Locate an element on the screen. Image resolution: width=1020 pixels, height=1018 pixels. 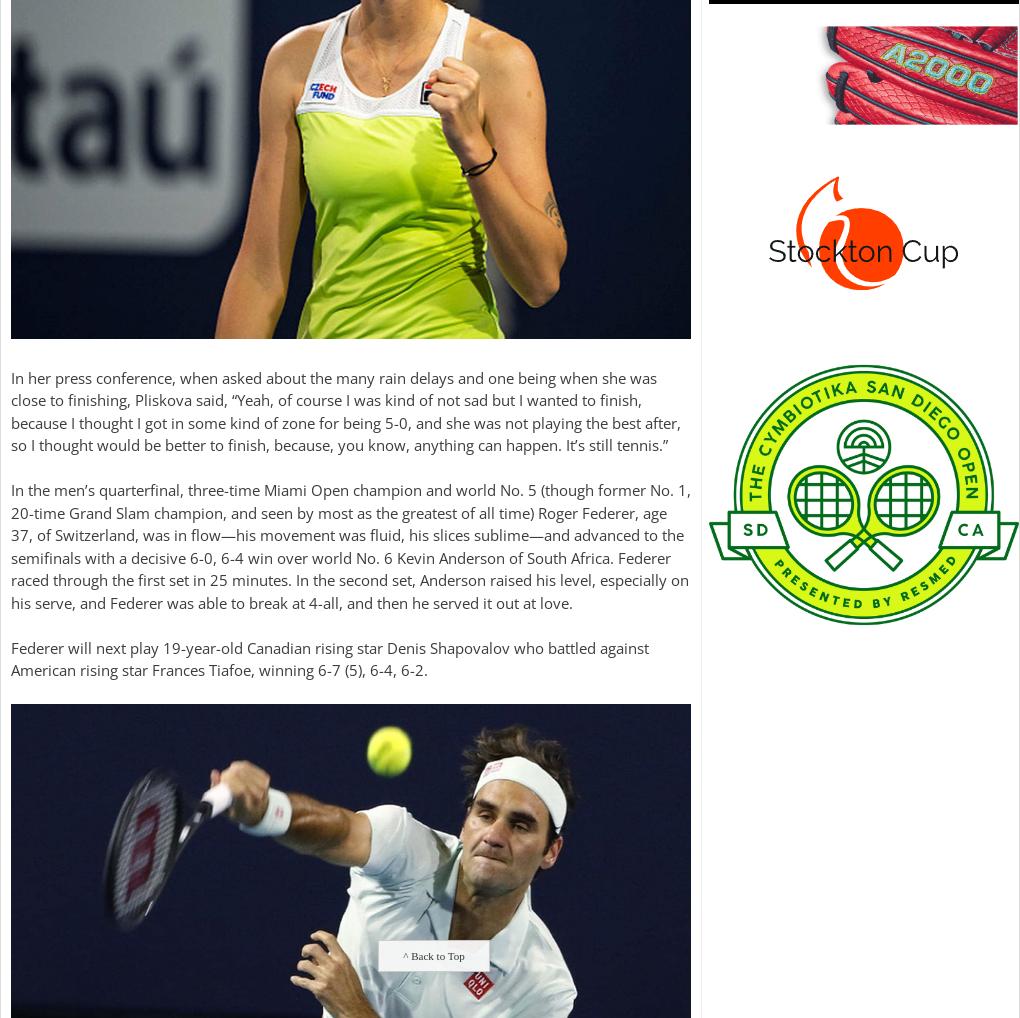
'37' is located at coordinates (10, 533).